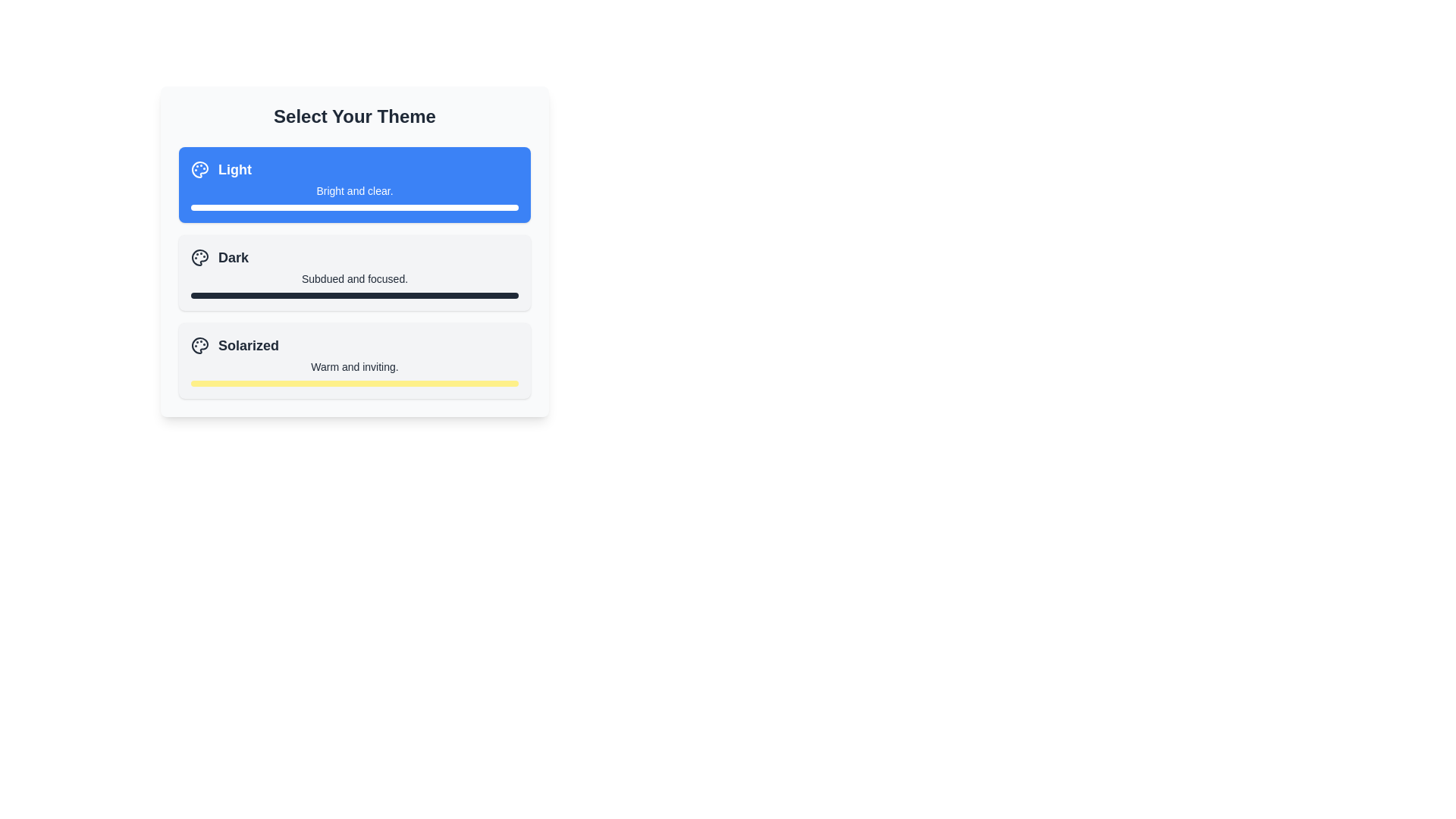  Describe the element at coordinates (353, 295) in the screenshot. I see `the progress bar or decorative separator located at the bottom of the 'Dark' theme selection card, which is directly below the descriptive text 'Subdued and focused.'` at that location.